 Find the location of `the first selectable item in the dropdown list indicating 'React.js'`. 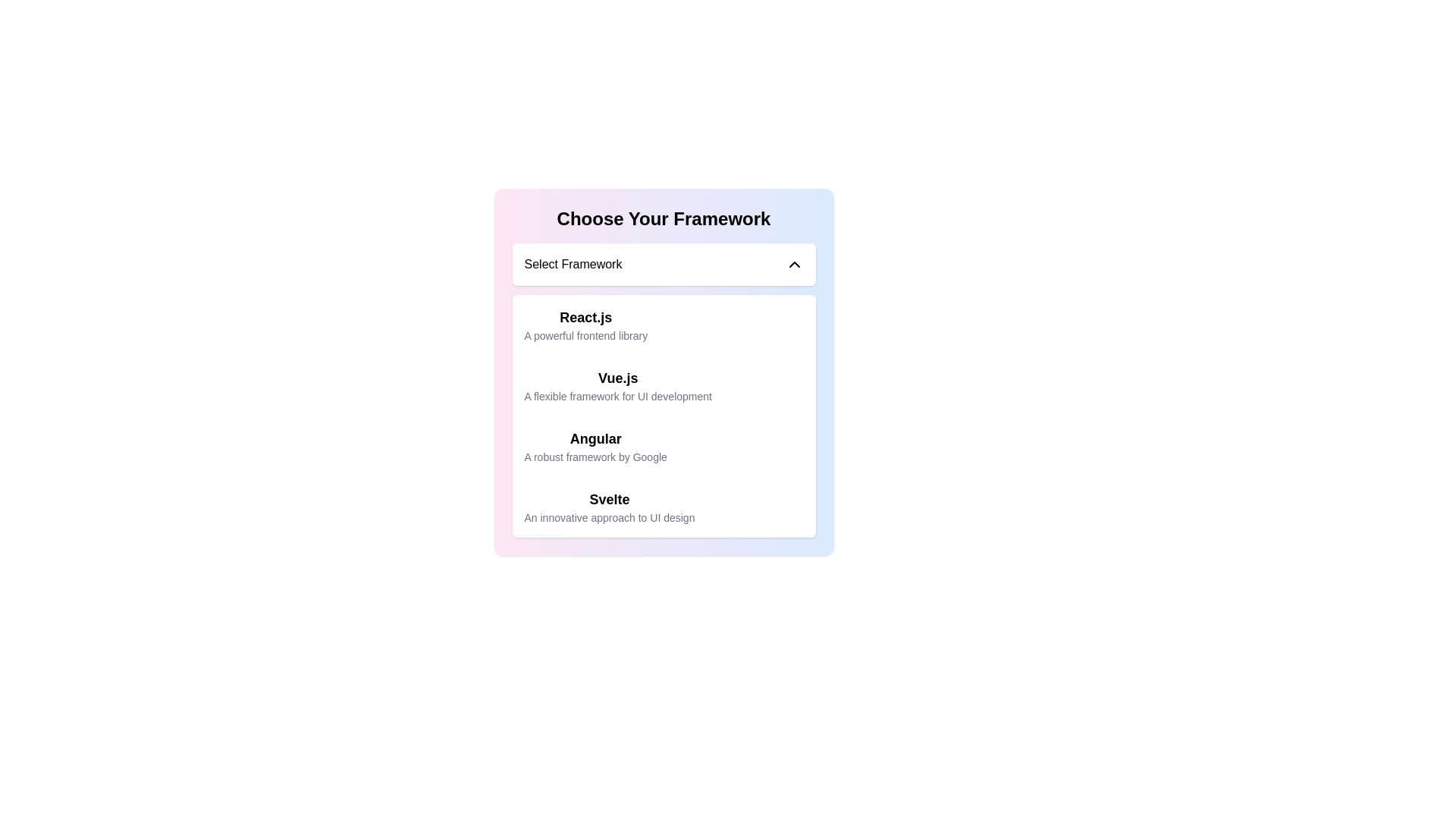

the first selectable item in the dropdown list indicating 'React.js' is located at coordinates (664, 324).